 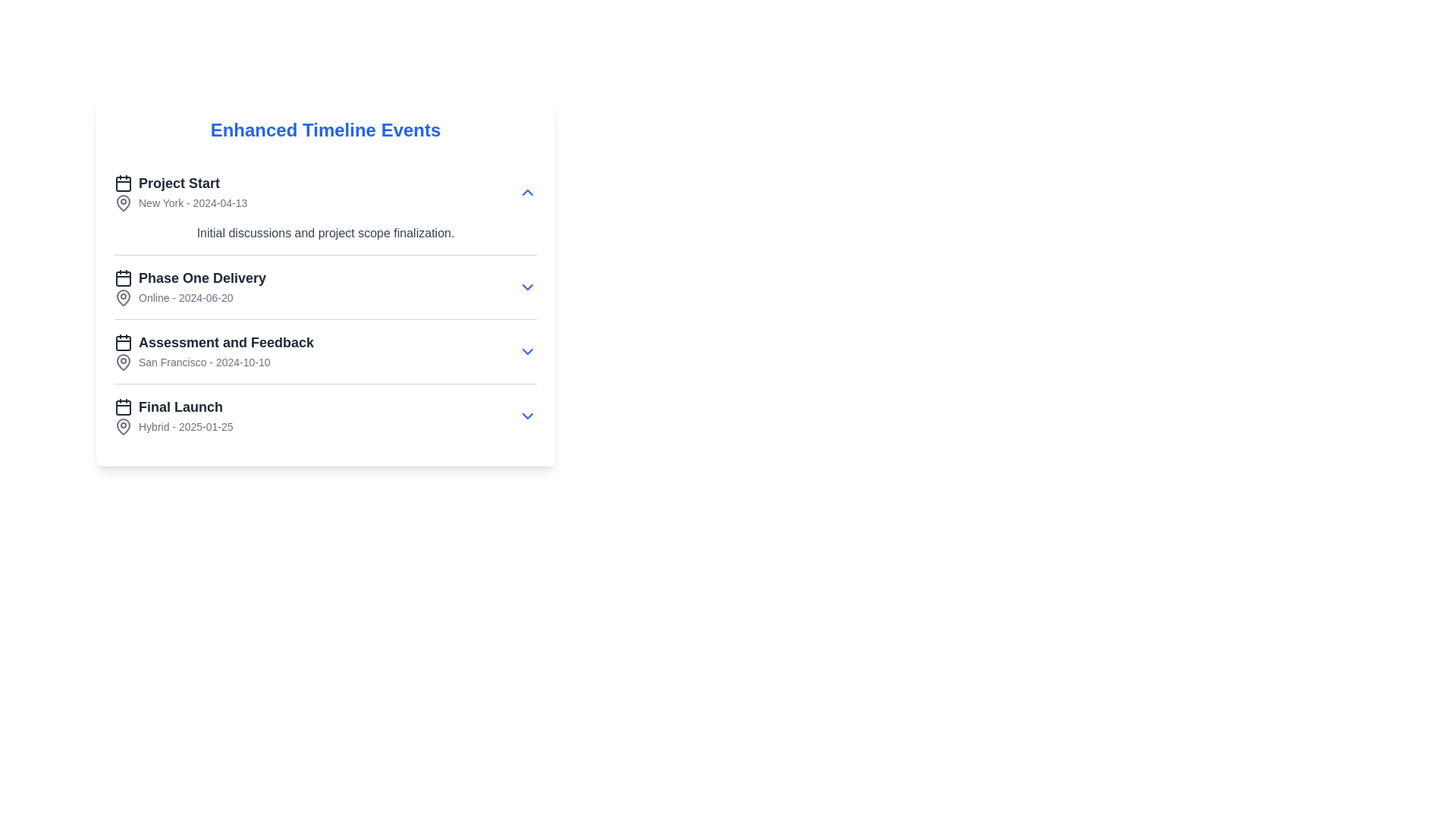 What do you see at coordinates (124, 406) in the screenshot?
I see `the SVG Rectangle that represents the body of the calendar layout for the 'Final Launch' entry in the 'Enhanced Timeline Events' section` at bounding box center [124, 406].